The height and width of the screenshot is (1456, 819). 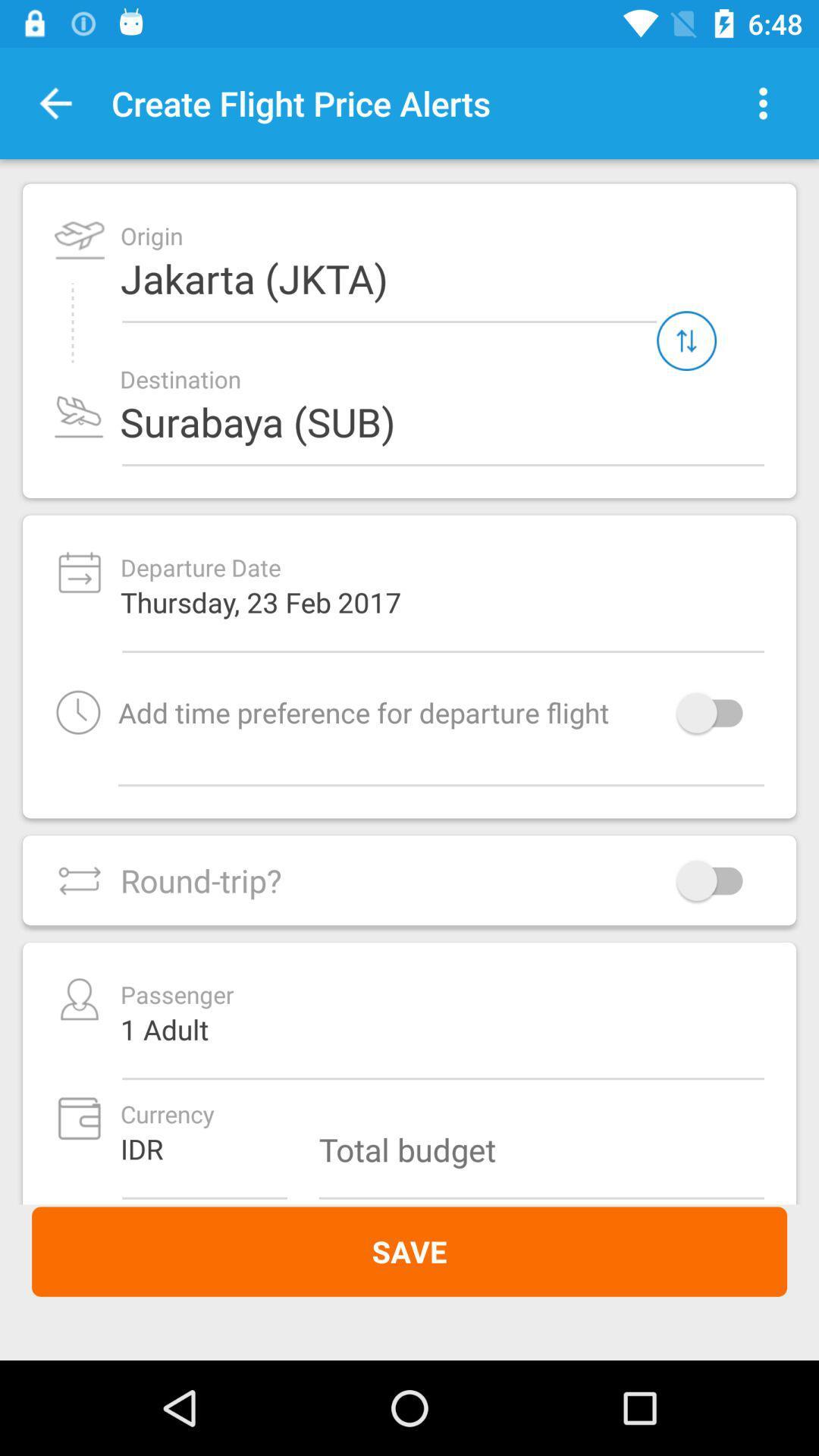 What do you see at coordinates (686, 340) in the screenshot?
I see `change origin` at bounding box center [686, 340].